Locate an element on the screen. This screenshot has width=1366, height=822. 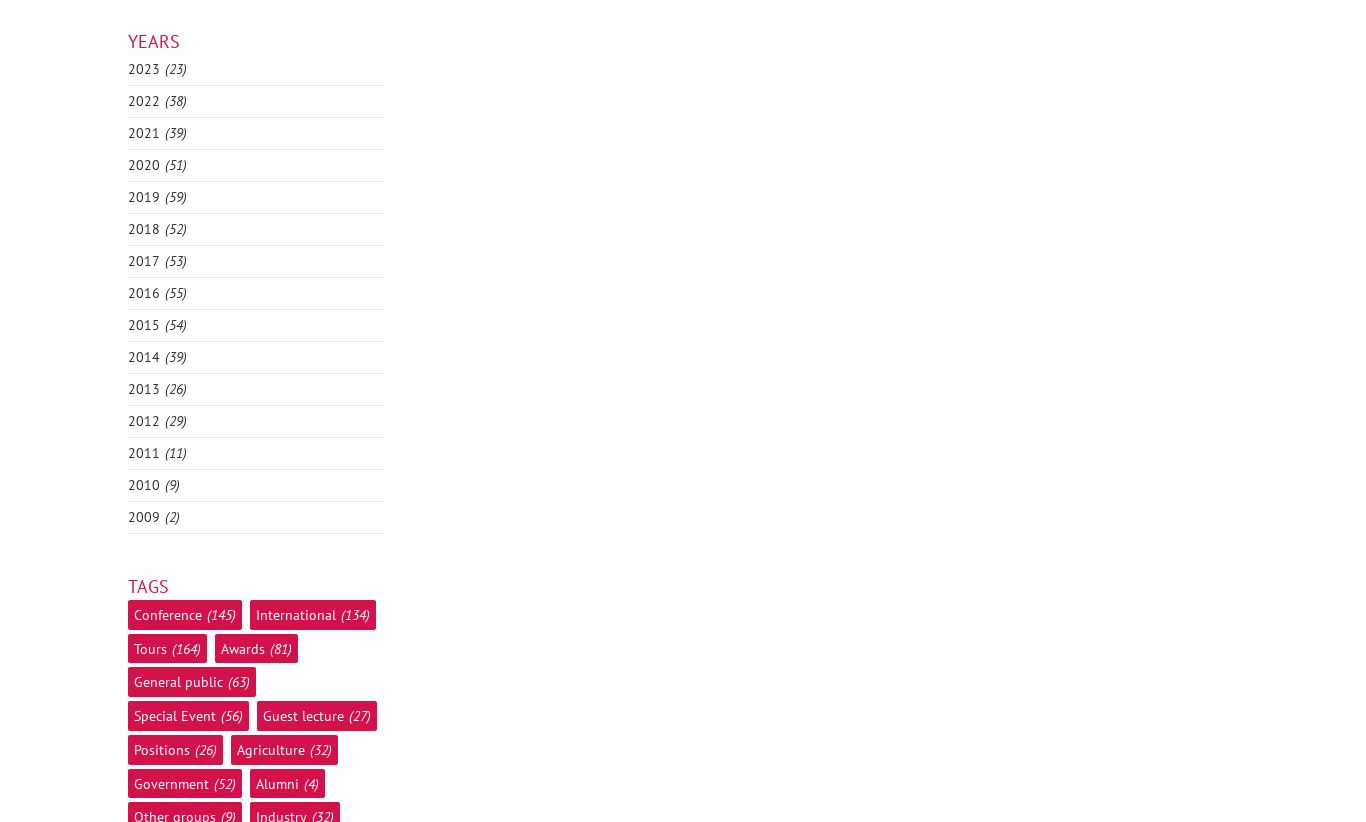
'Alumni' is located at coordinates (255, 783).